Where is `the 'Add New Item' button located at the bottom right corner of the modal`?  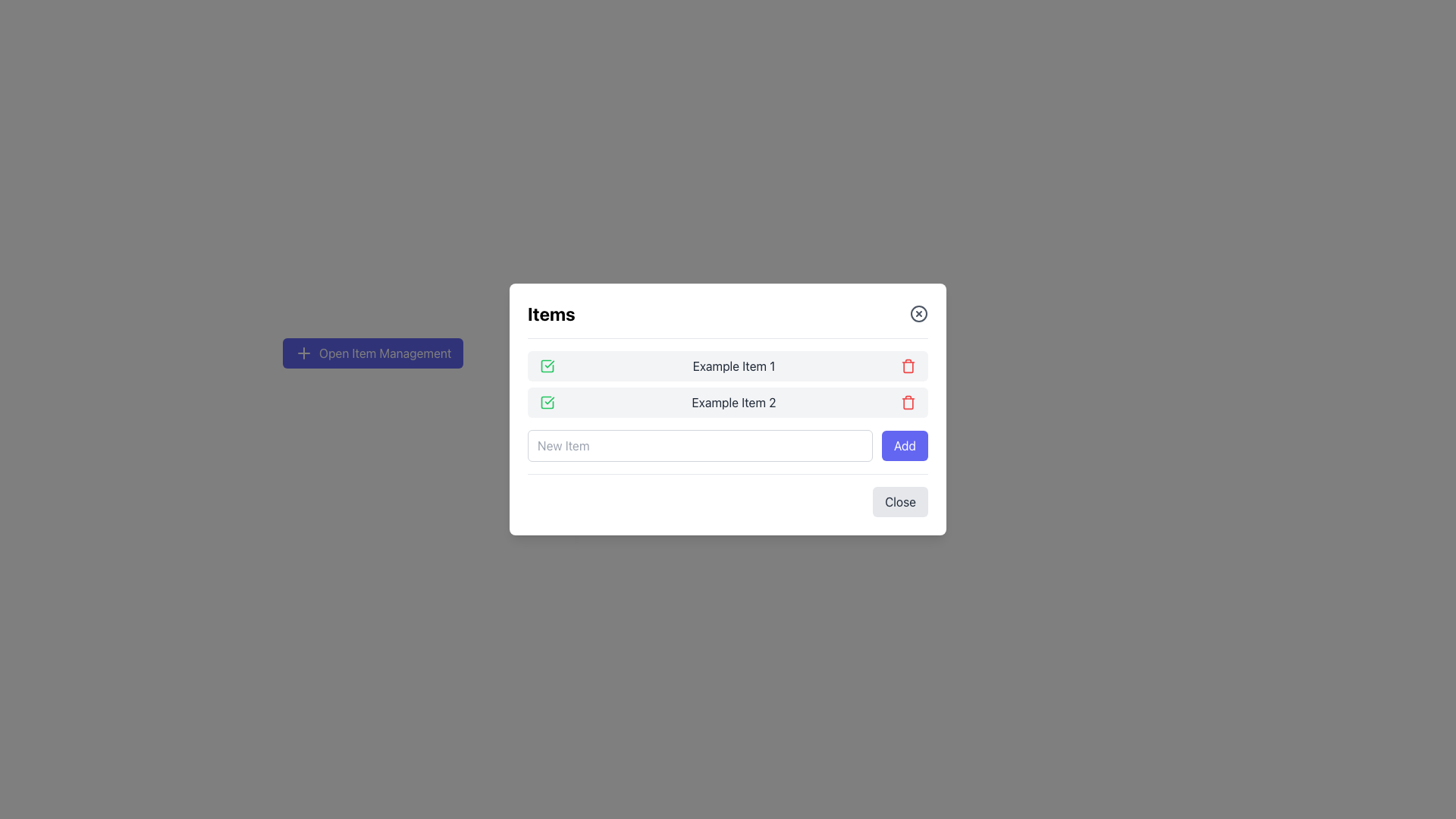
the 'Add New Item' button located at the bottom right corner of the modal is located at coordinates (905, 444).